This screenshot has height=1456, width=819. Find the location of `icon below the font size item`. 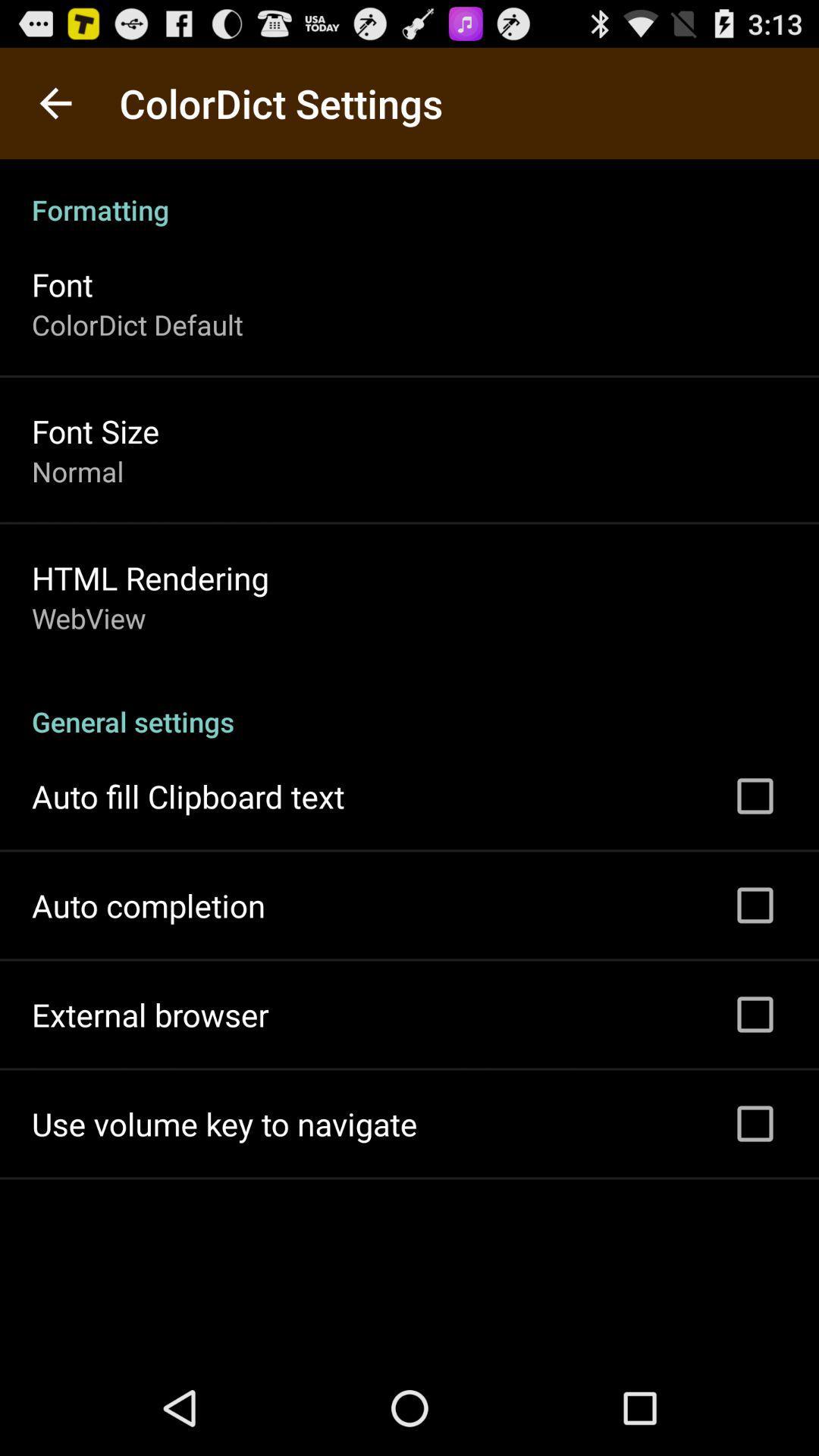

icon below the font size item is located at coordinates (77, 470).